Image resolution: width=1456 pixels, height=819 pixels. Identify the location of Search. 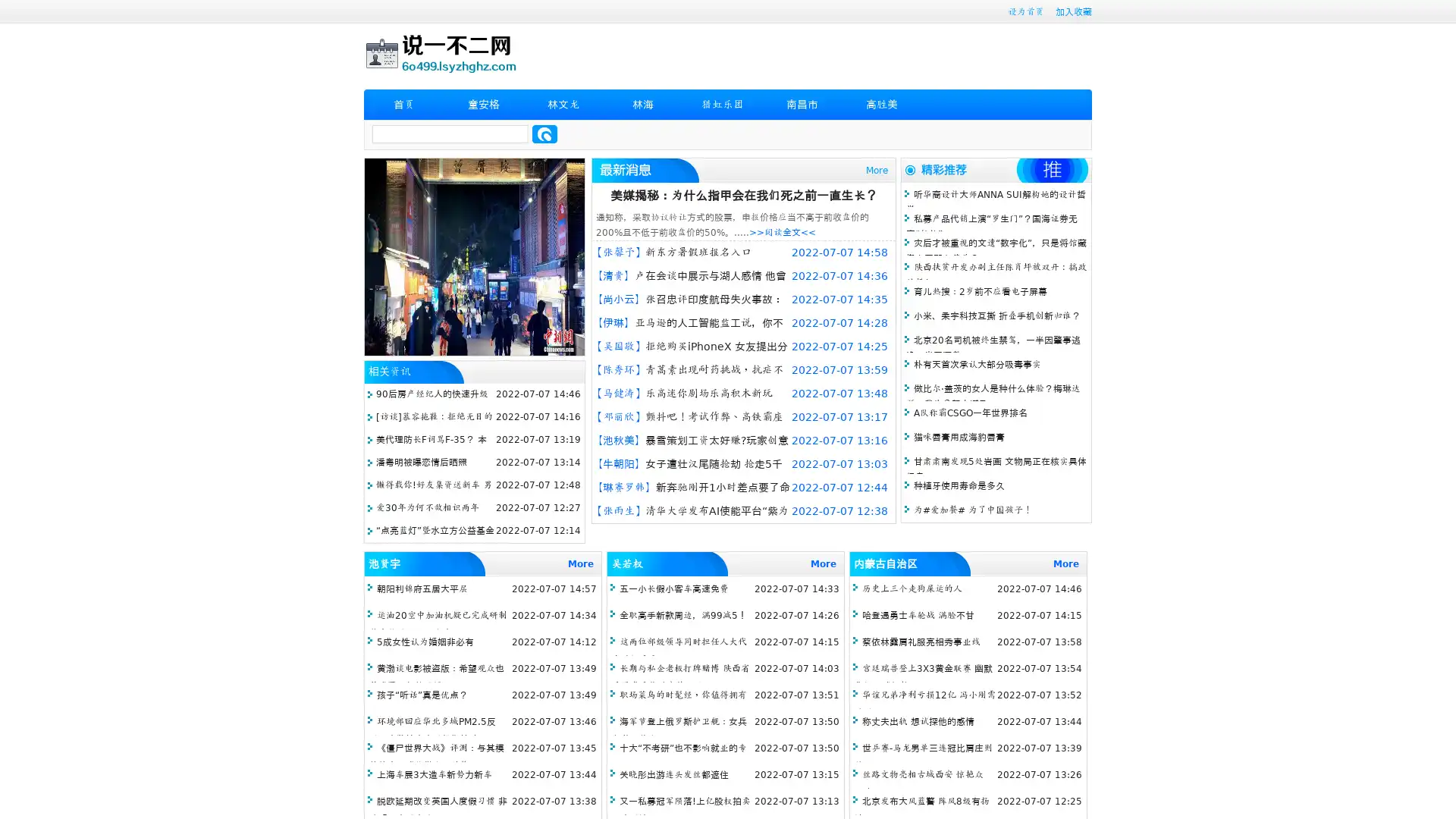
(544, 133).